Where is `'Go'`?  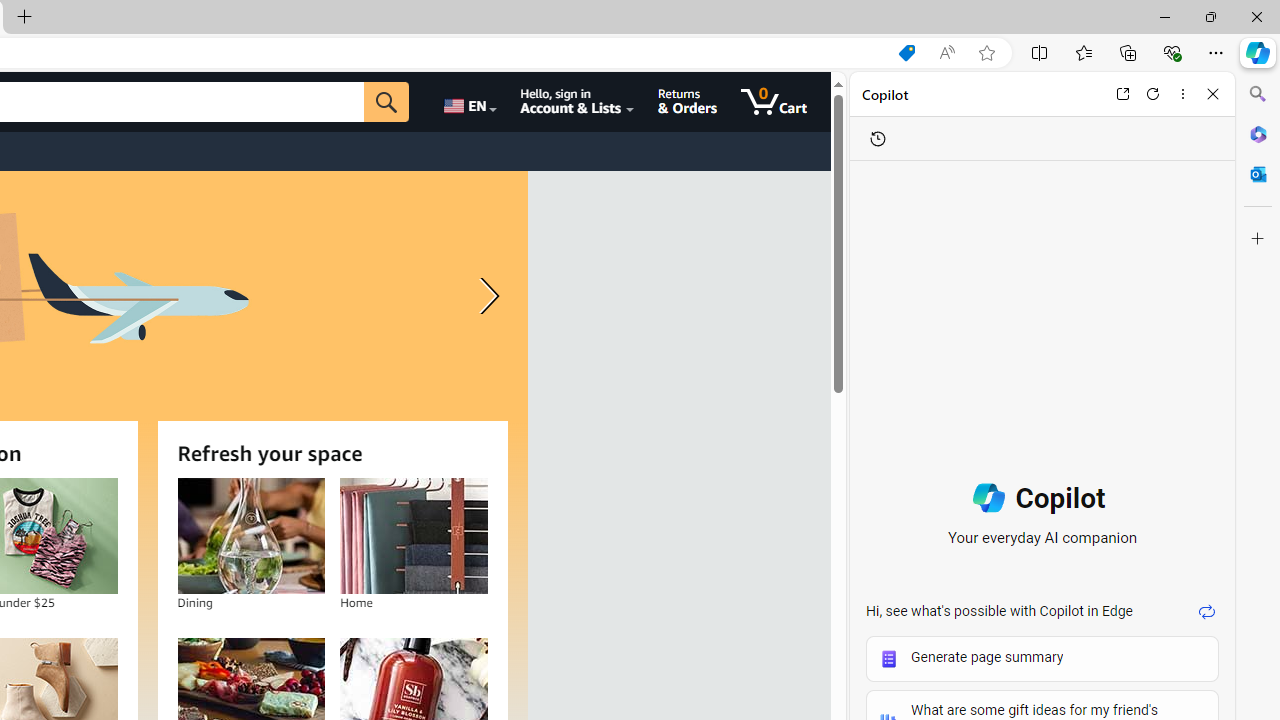 'Go' is located at coordinates (386, 101).